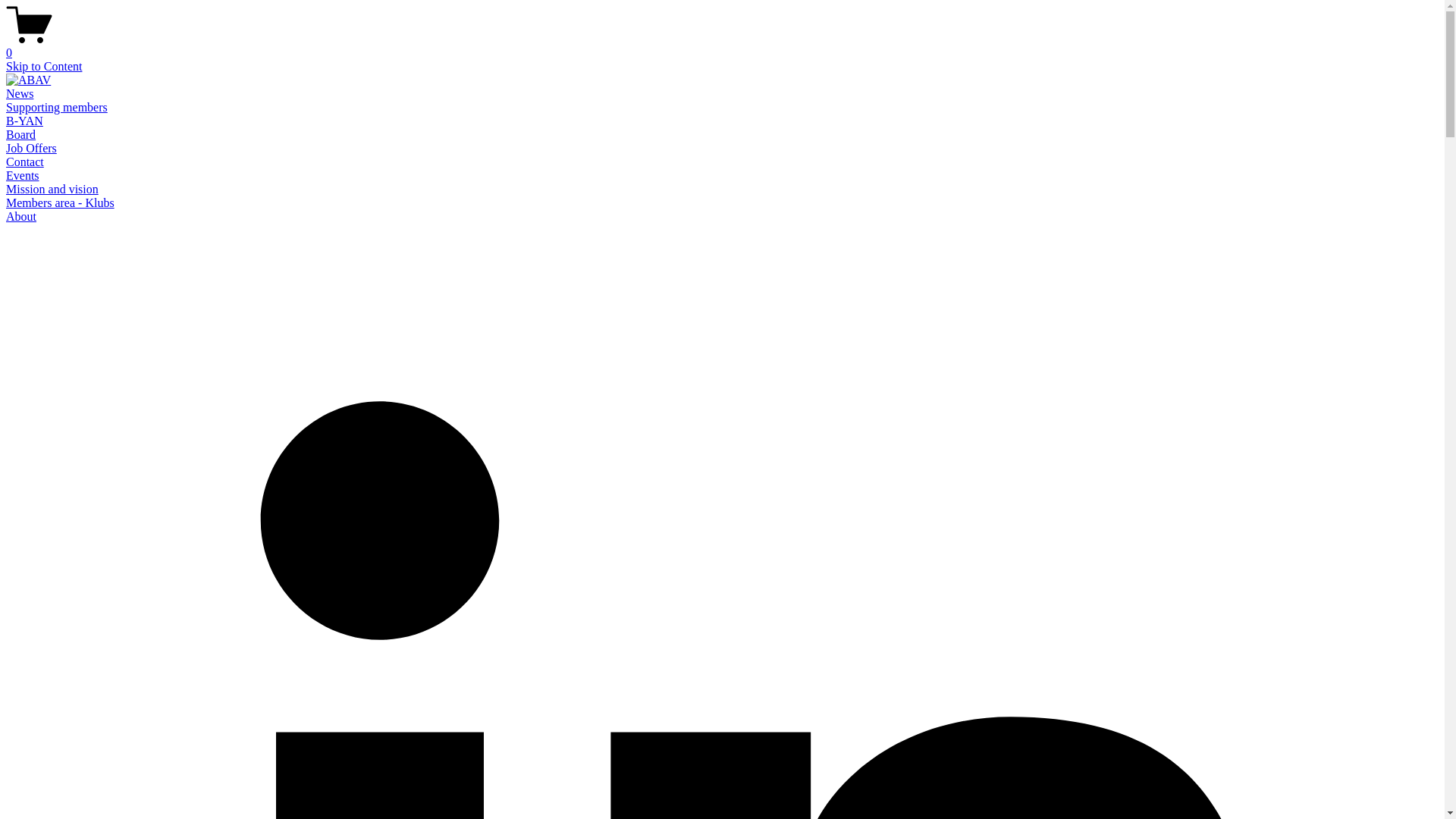  Describe the element at coordinates (52, 188) in the screenshot. I see `'Mission and vision'` at that location.